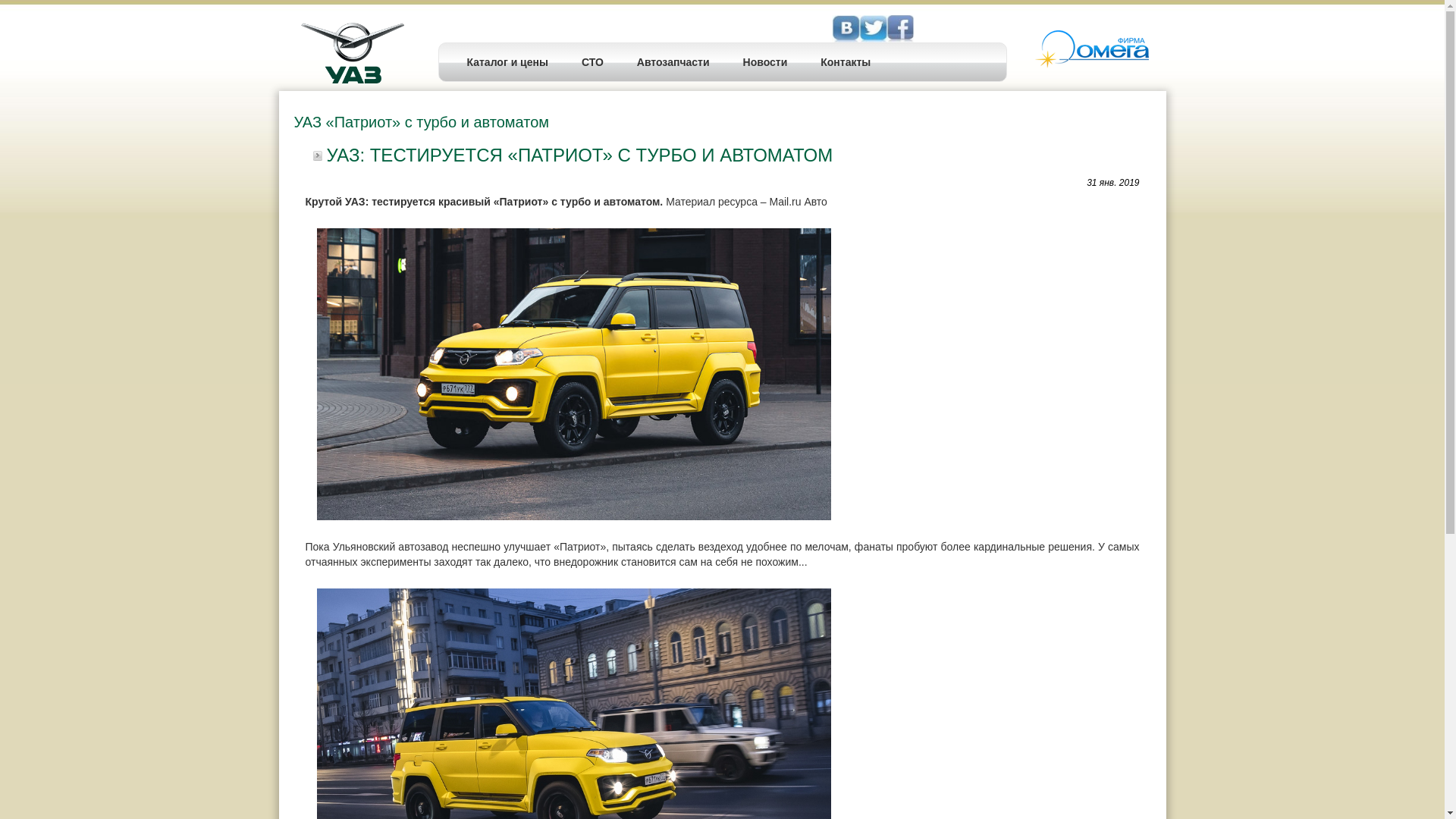 Image resolution: width=1456 pixels, height=819 pixels. I want to click on 'Twitter', so click(899, 29).